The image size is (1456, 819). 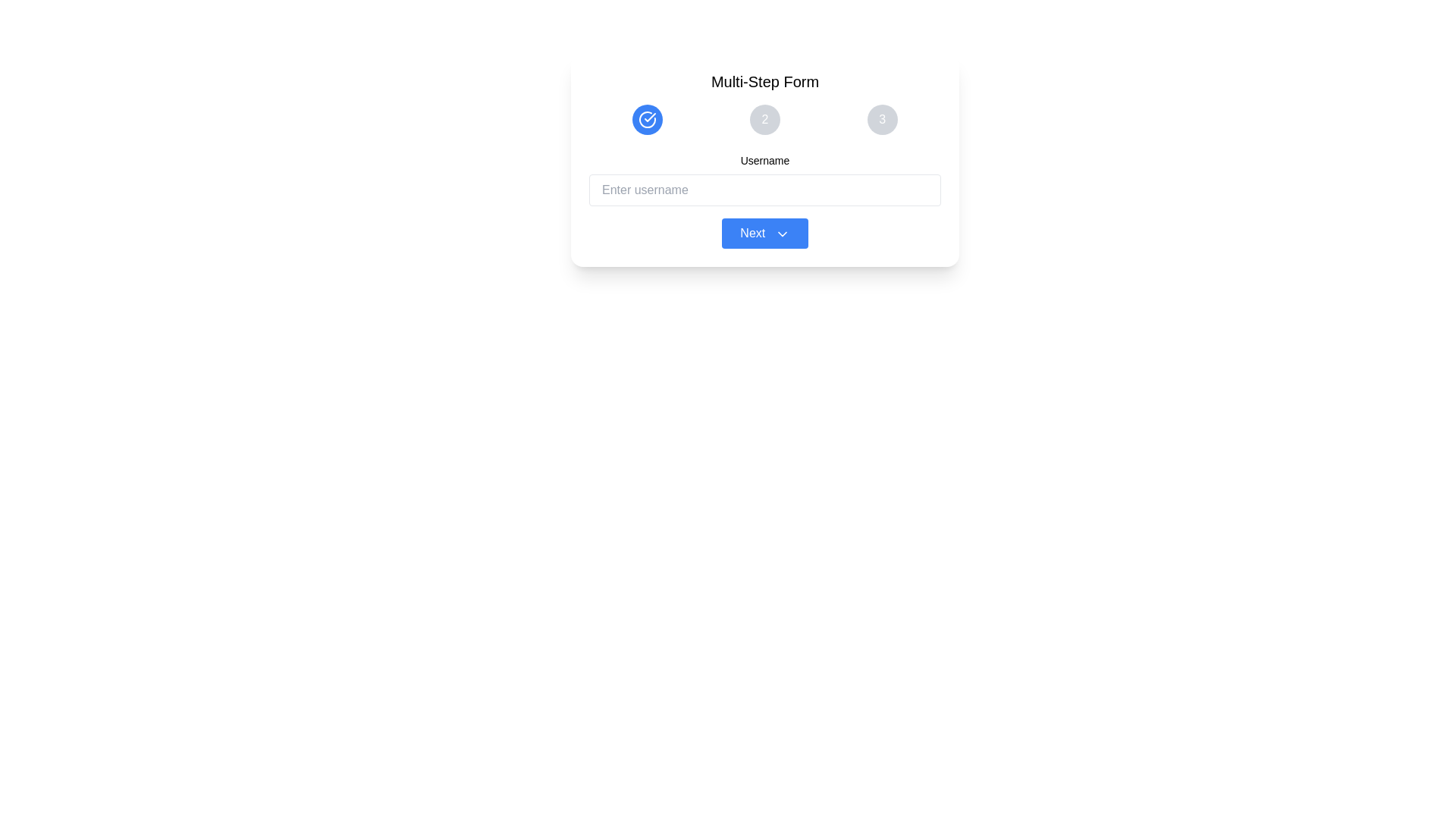 What do you see at coordinates (764, 119) in the screenshot?
I see `the circular step indicator button with the digit '2' in white at its center, which is part of a sequence of three circular buttons at the top center of the form interface` at bounding box center [764, 119].